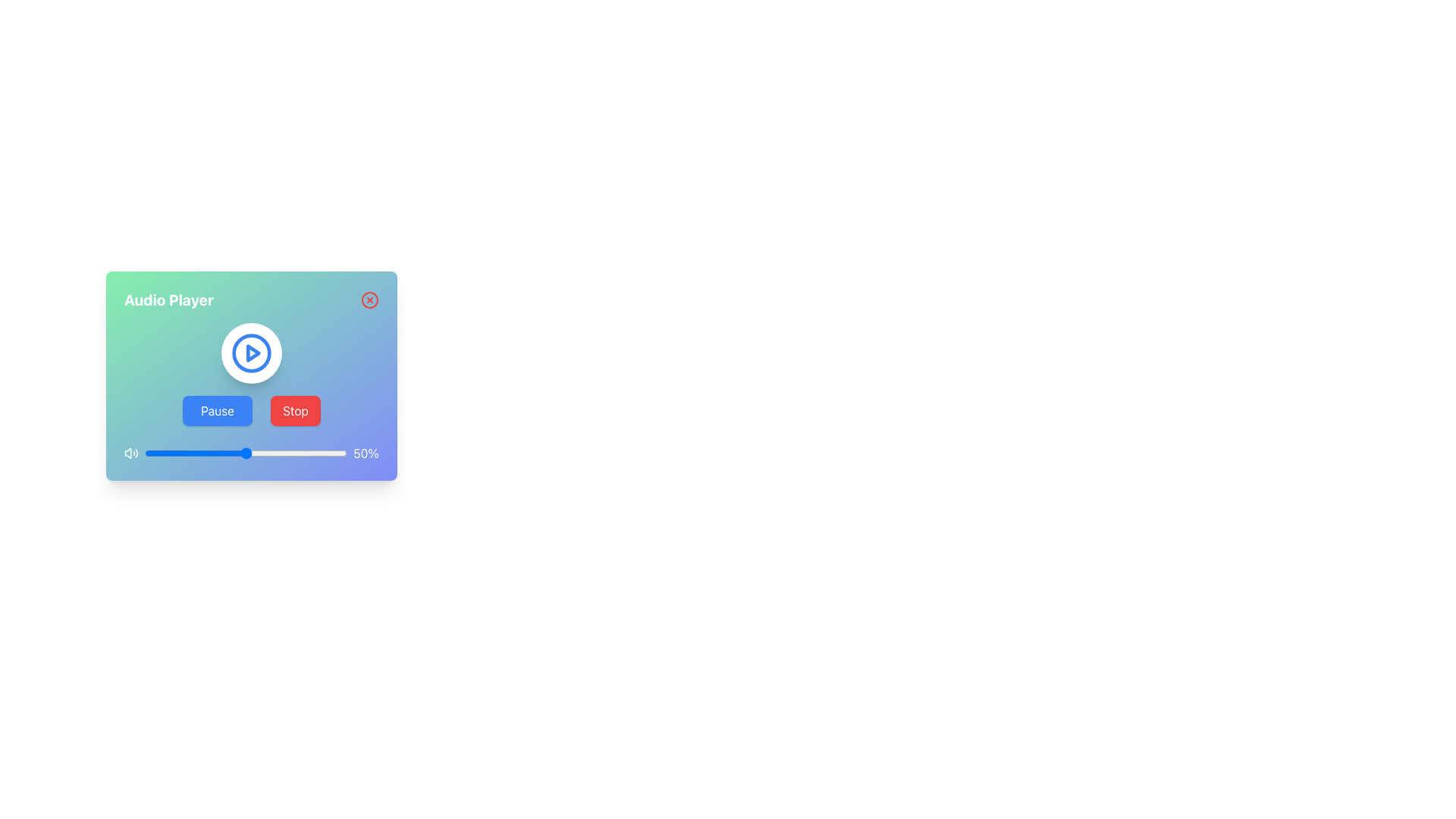  Describe the element at coordinates (224, 452) in the screenshot. I see `the slider` at that location.